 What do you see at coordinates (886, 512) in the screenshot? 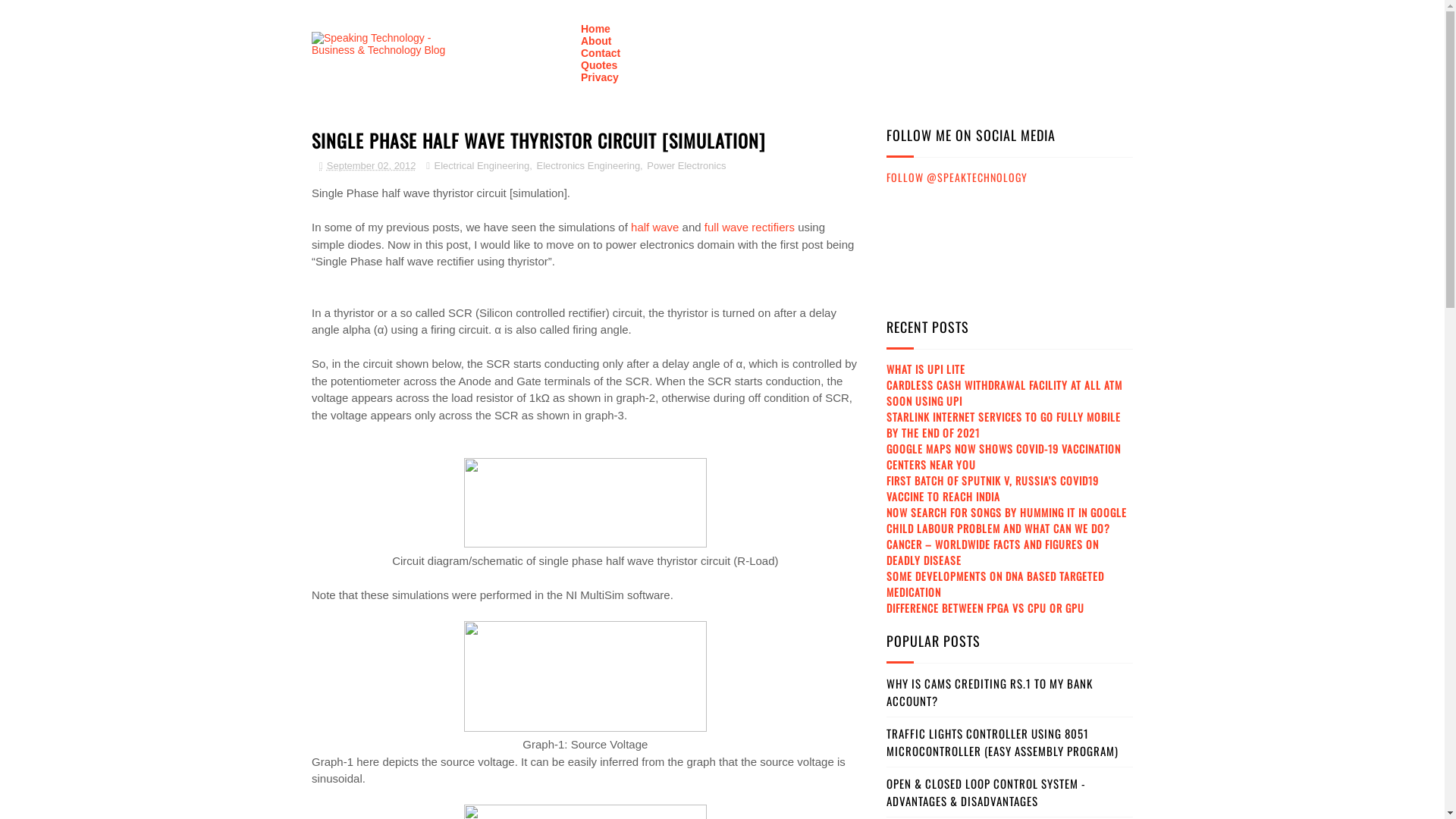
I see `'NOW SEARCH FOR SONGS BY HUMMING IT IN GOOGLE'` at bounding box center [886, 512].